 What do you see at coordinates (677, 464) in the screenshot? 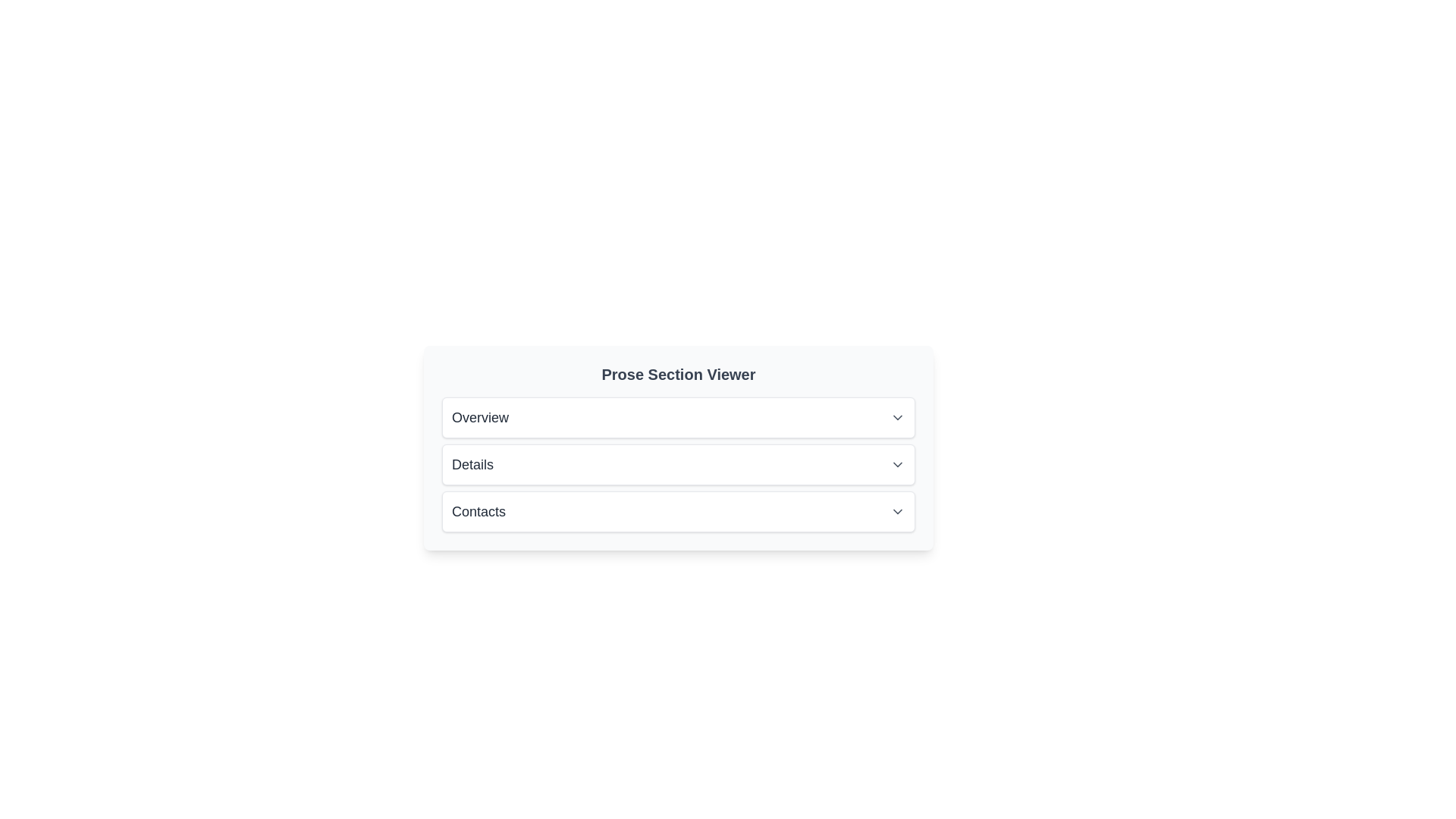
I see `the 'Details' expandable card in the Prose Section Viewer` at bounding box center [677, 464].